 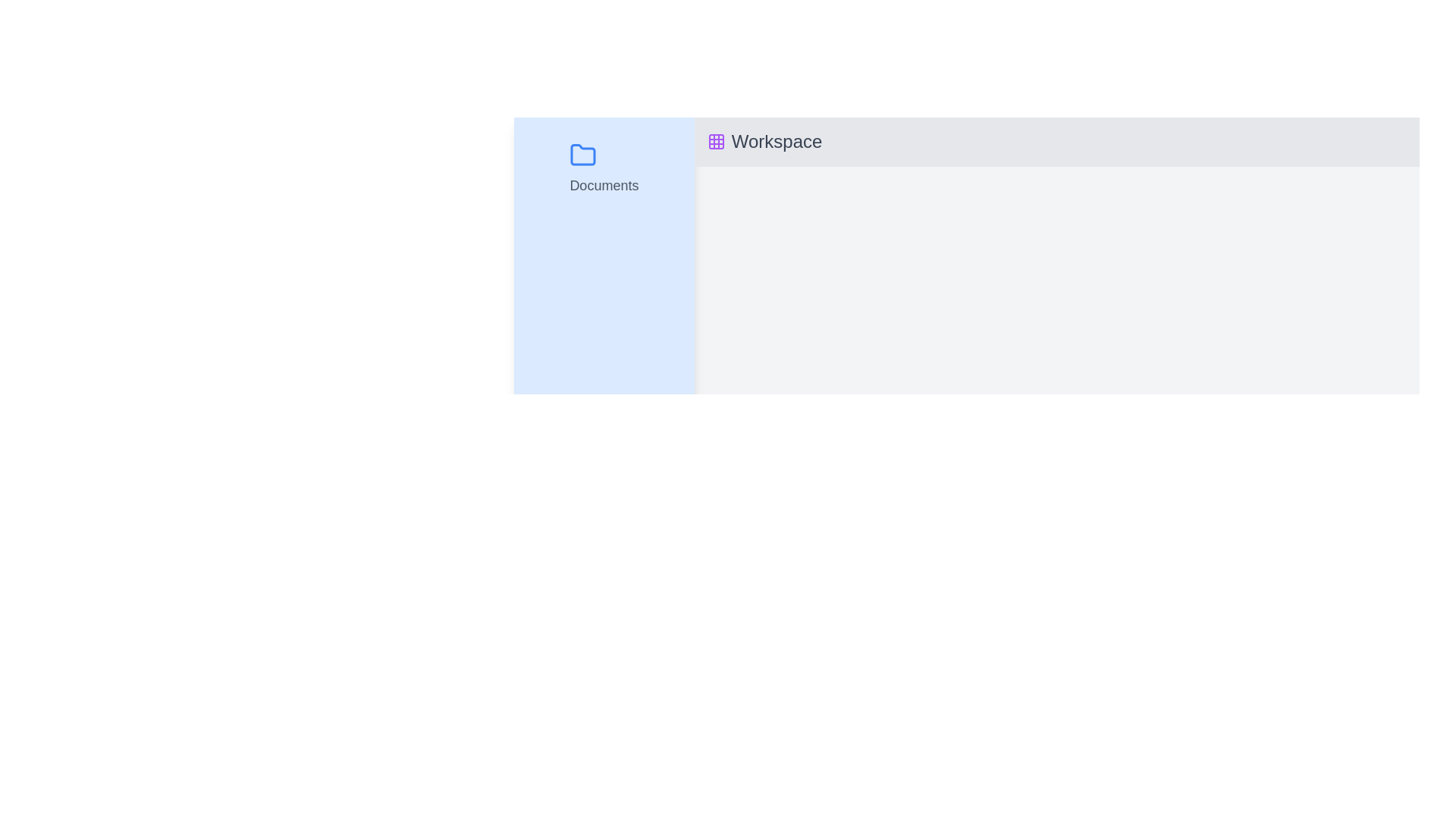 I want to click on the 'Workspace' title label located in the top central area of the interface, immediately to the right of the grid icon styled in purple, so click(x=777, y=141).